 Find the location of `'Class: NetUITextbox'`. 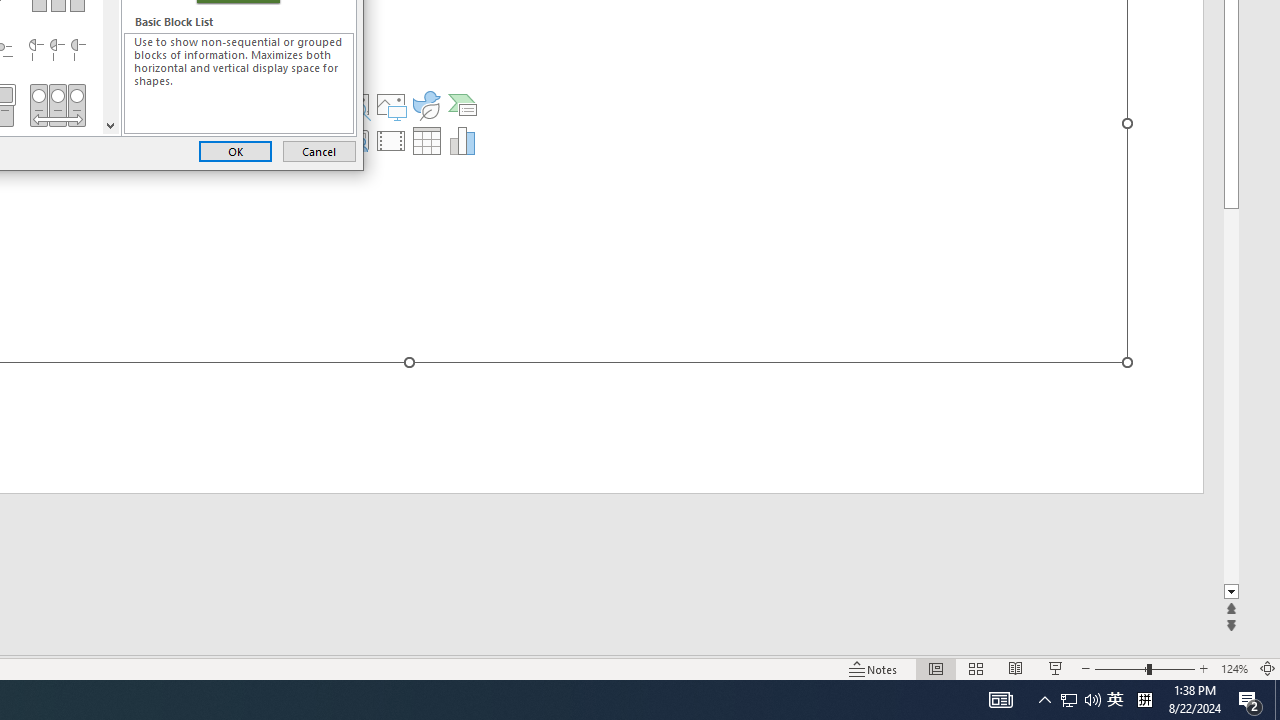

'Class: NetUITextbox' is located at coordinates (239, 82).